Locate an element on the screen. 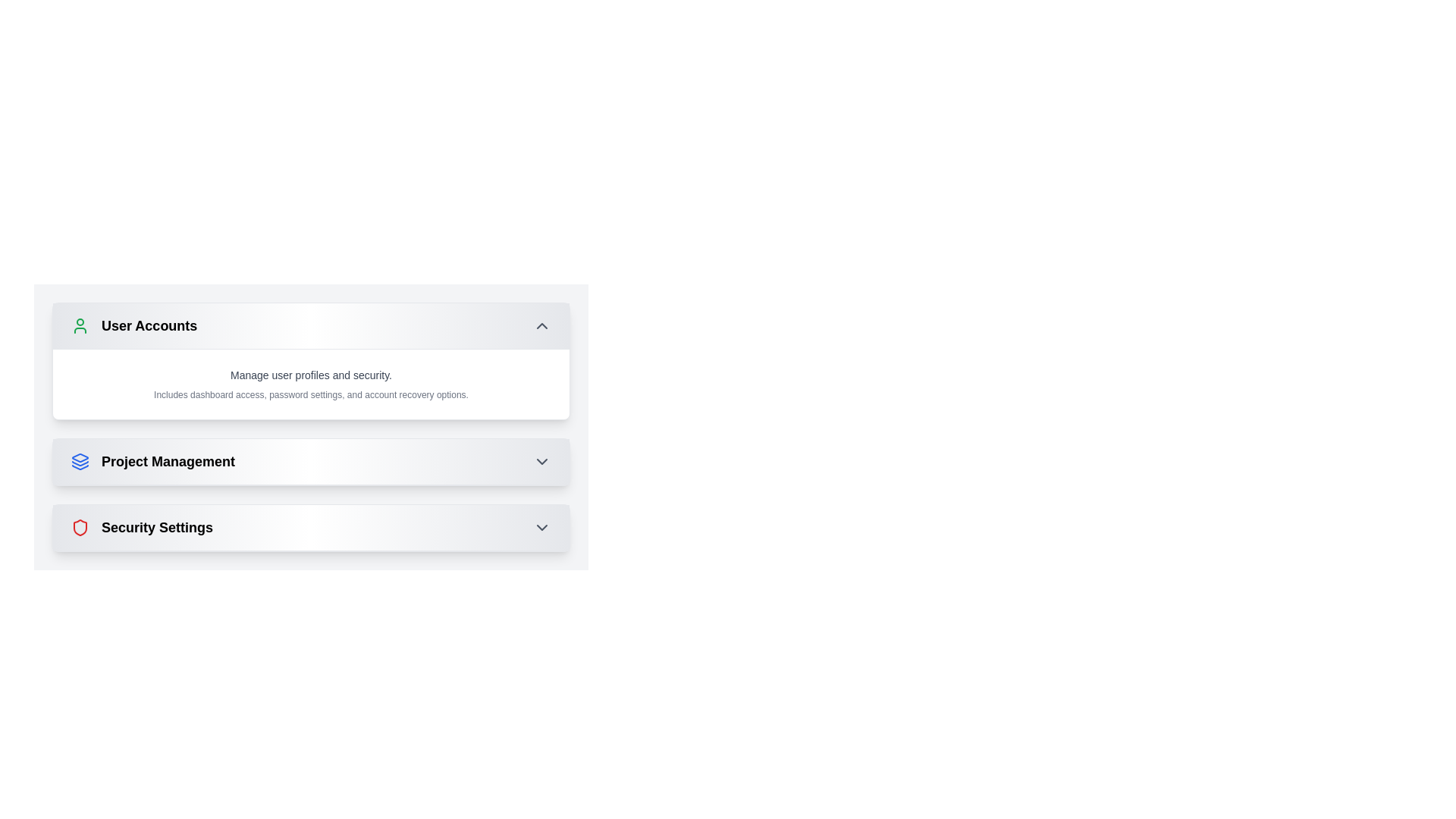  text label that serves as the section title for 'Security Settings', located below 'Project Management' and aligned with its shield-shaped icon is located at coordinates (157, 526).